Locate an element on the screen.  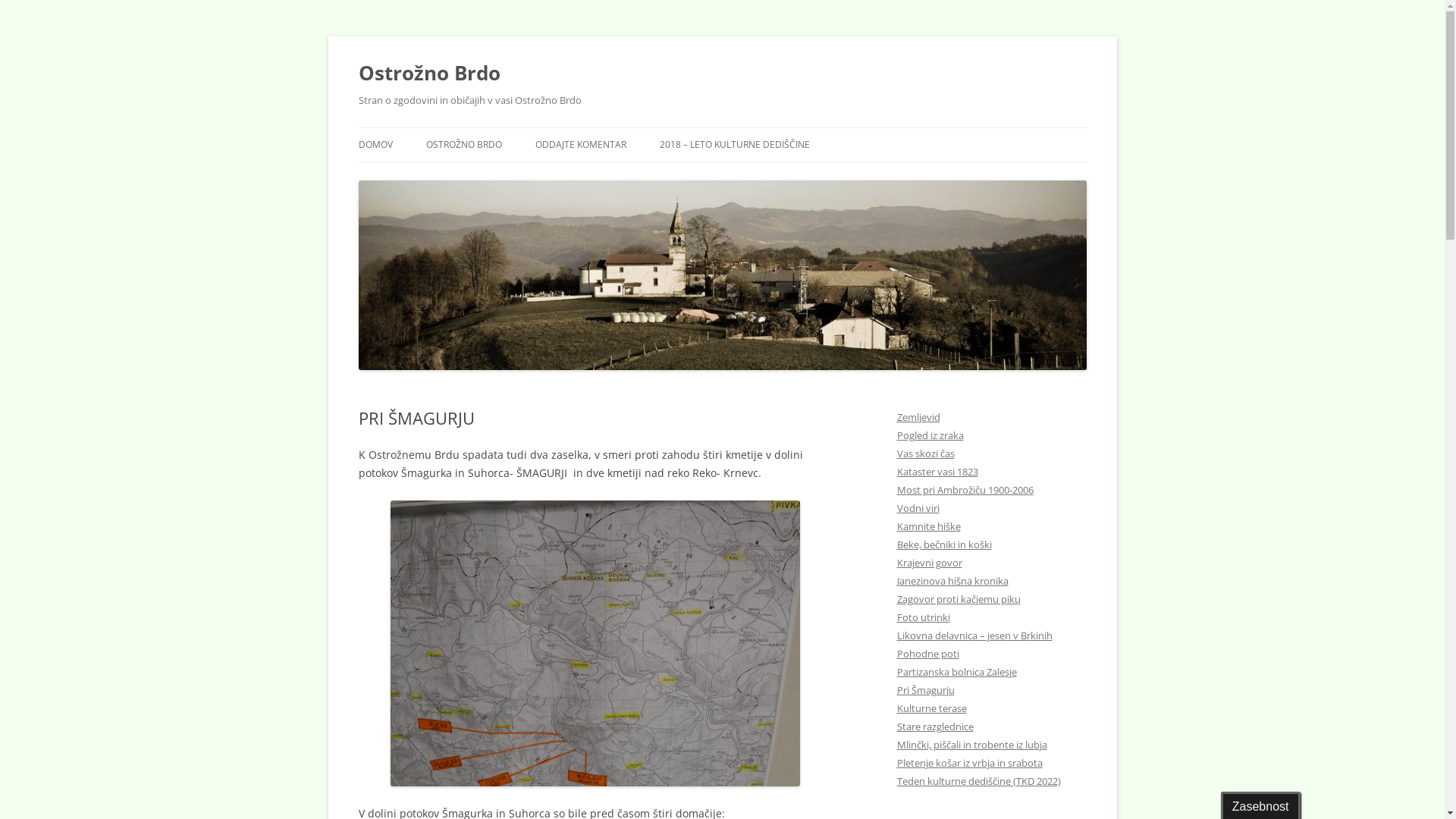
'Zemljevid' is located at coordinates (917, 417).